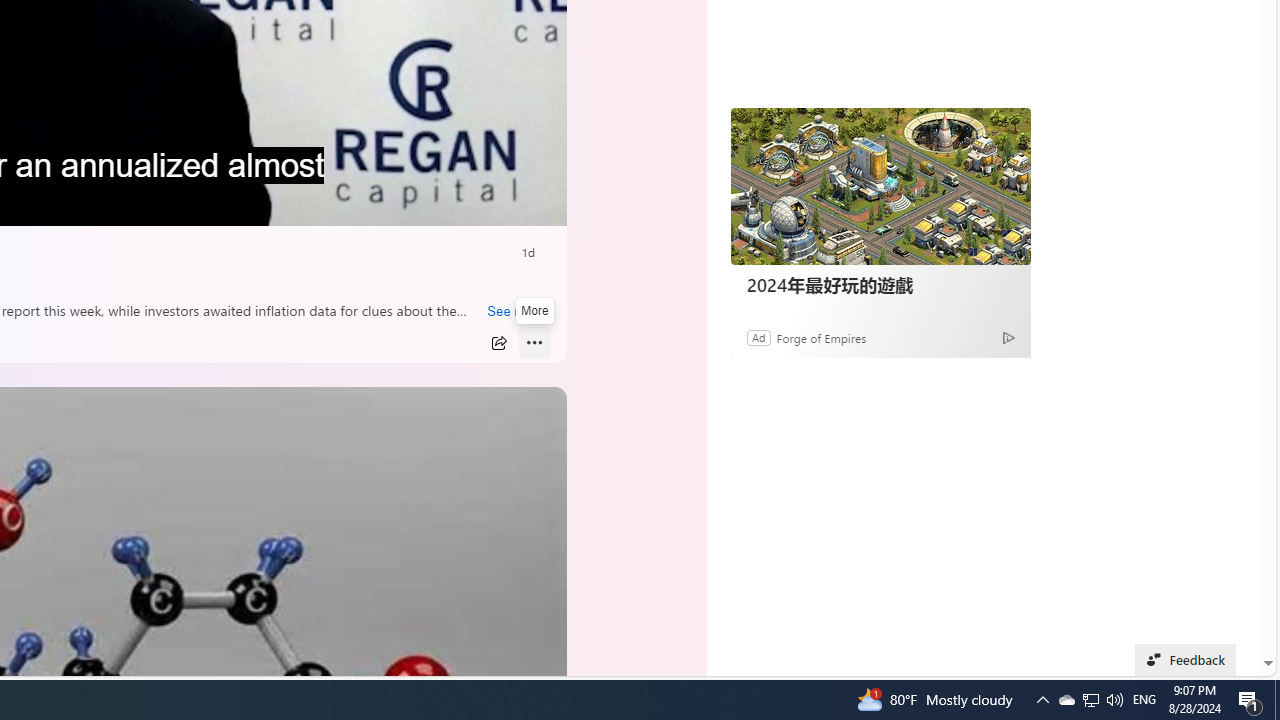  Describe the element at coordinates (498, 342) in the screenshot. I see `'Share'` at that location.